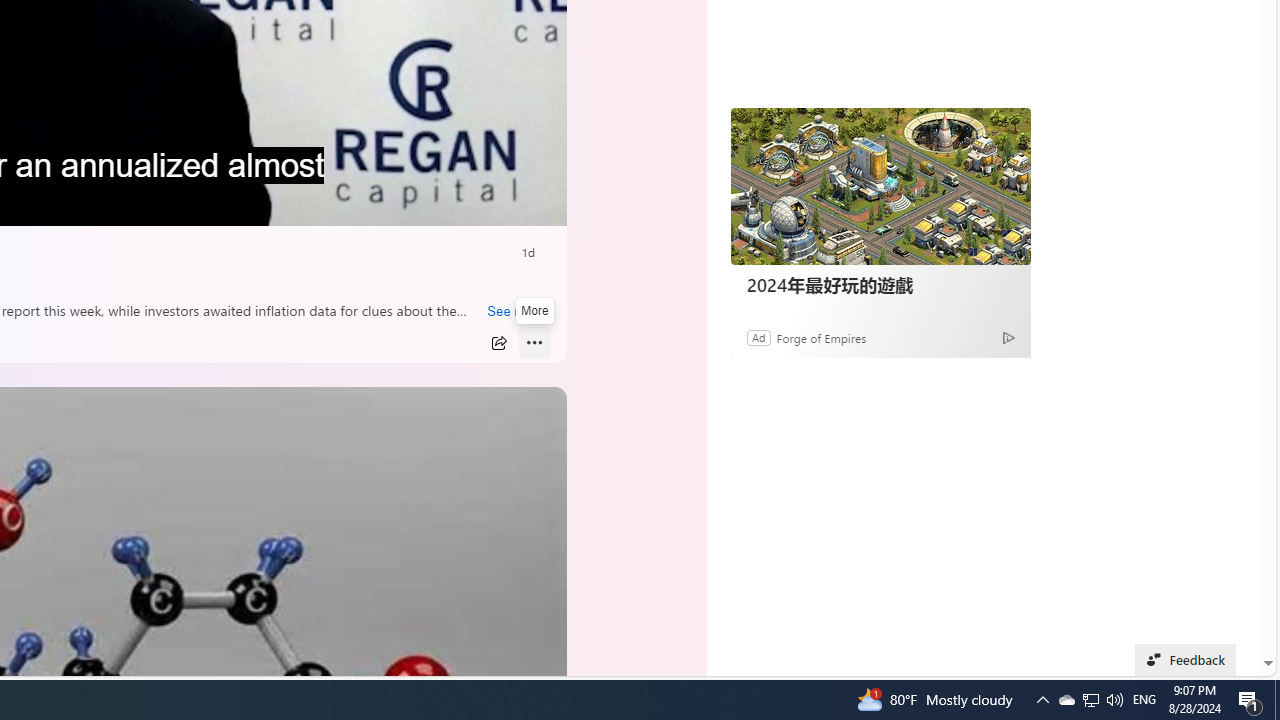  Describe the element at coordinates (498, 342) in the screenshot. I see `'Share'` at that location.